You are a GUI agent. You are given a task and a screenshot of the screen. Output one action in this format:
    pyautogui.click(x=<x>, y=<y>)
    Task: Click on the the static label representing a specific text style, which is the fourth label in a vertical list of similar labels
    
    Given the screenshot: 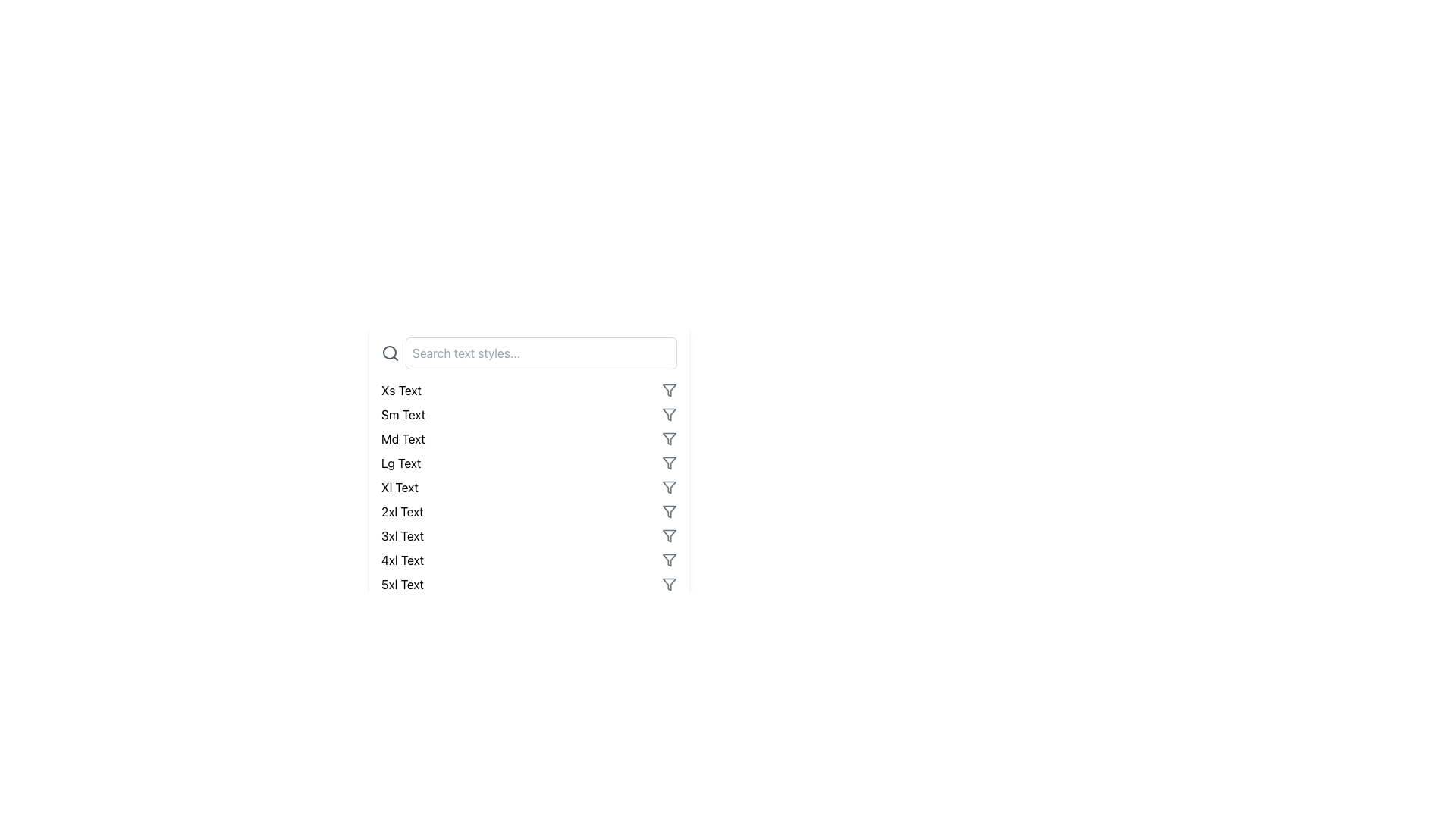 What is the action you would take?
    pyautogui.click(x=401, y=462)
    